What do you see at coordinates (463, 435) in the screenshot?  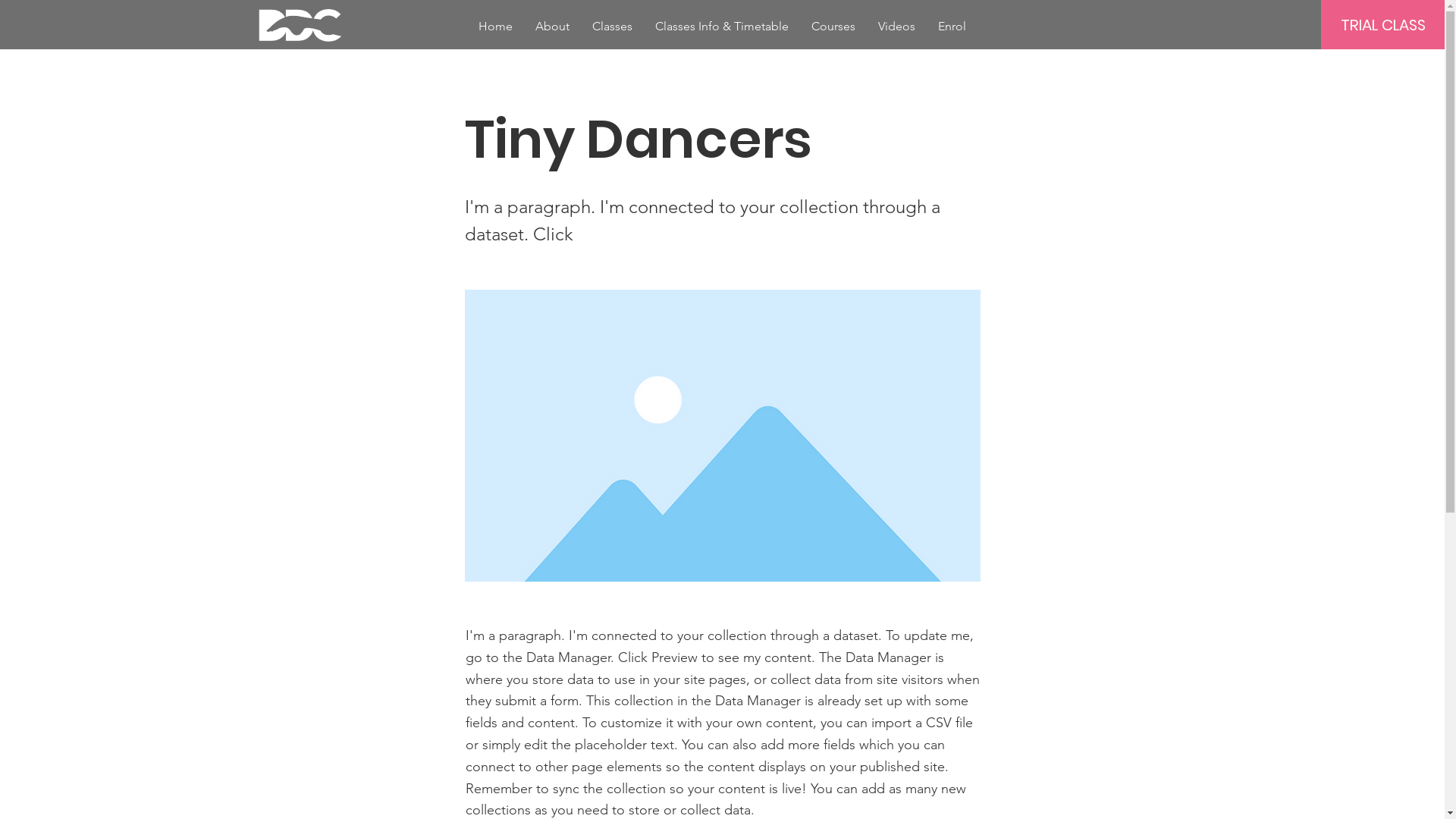 I see `'Tiny Dancers'` at bounding box center [463, 435].